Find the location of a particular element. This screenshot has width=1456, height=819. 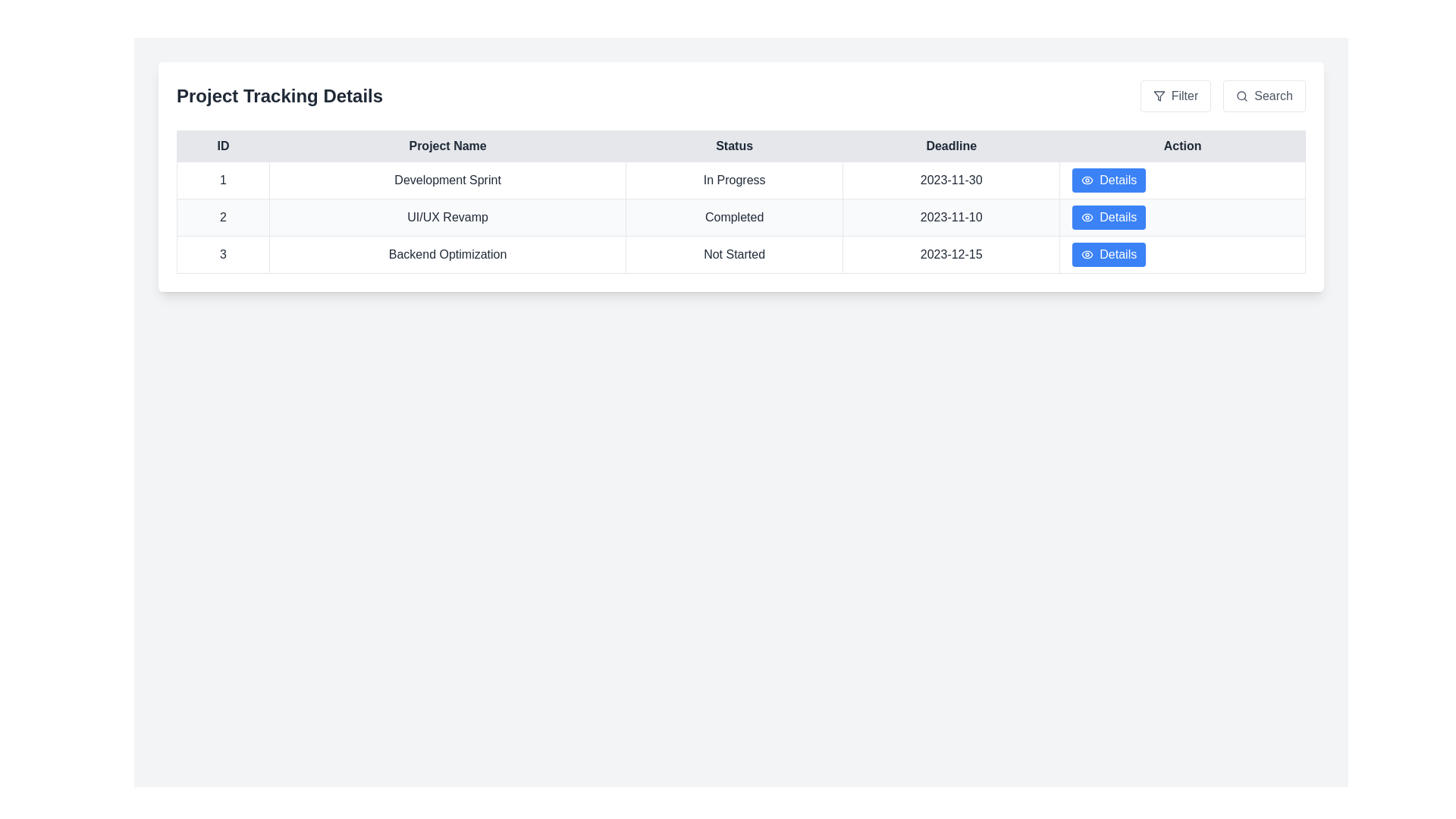

the 'Status' column header in the table, which is the third header among five headers: 'ID', 'Project Name', 'Status', 'Deadline', and 'Action' is located at coordinates (734, 146).